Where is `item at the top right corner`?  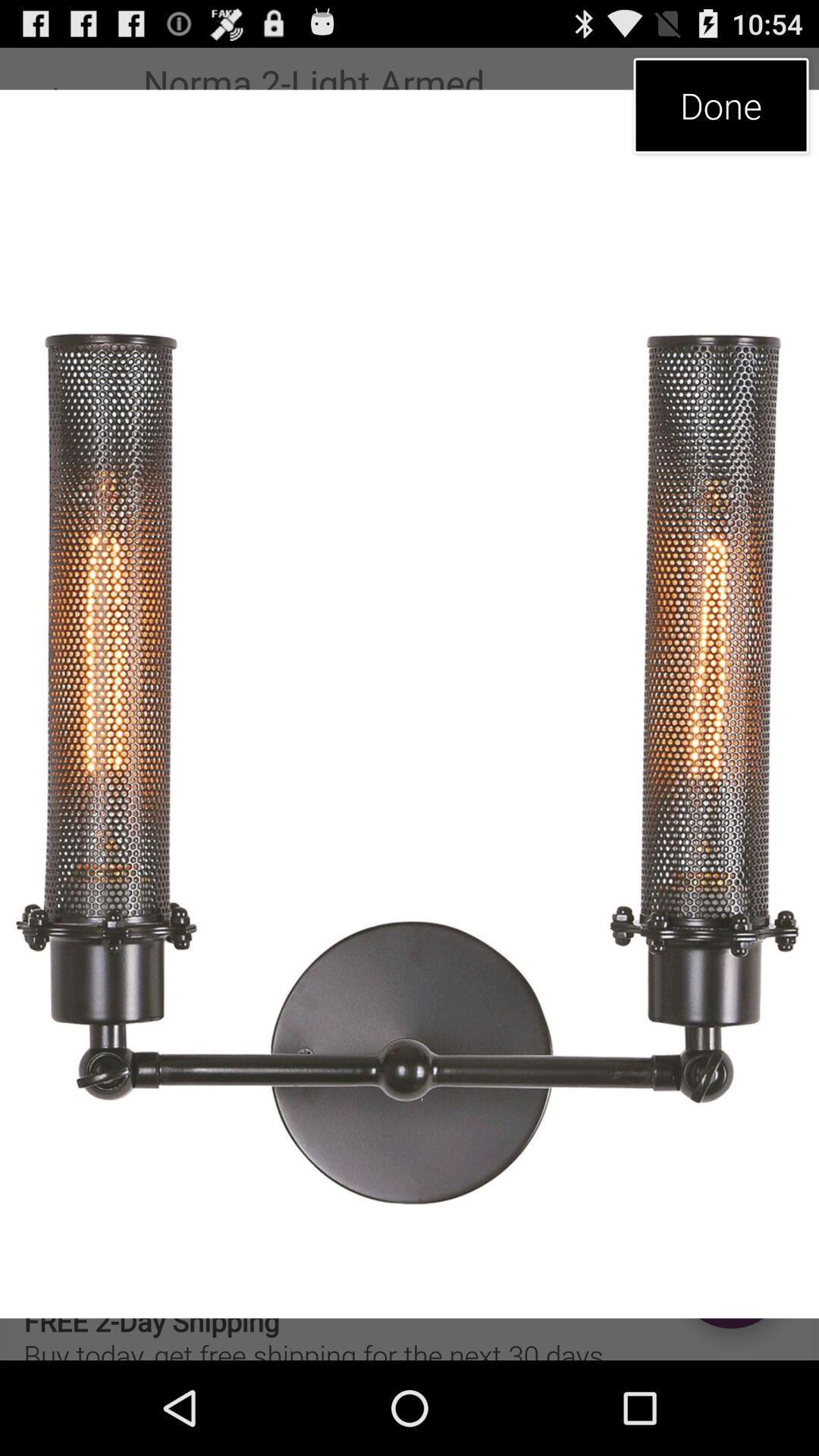
item at the top right corner is located at coordinates (720, 105).